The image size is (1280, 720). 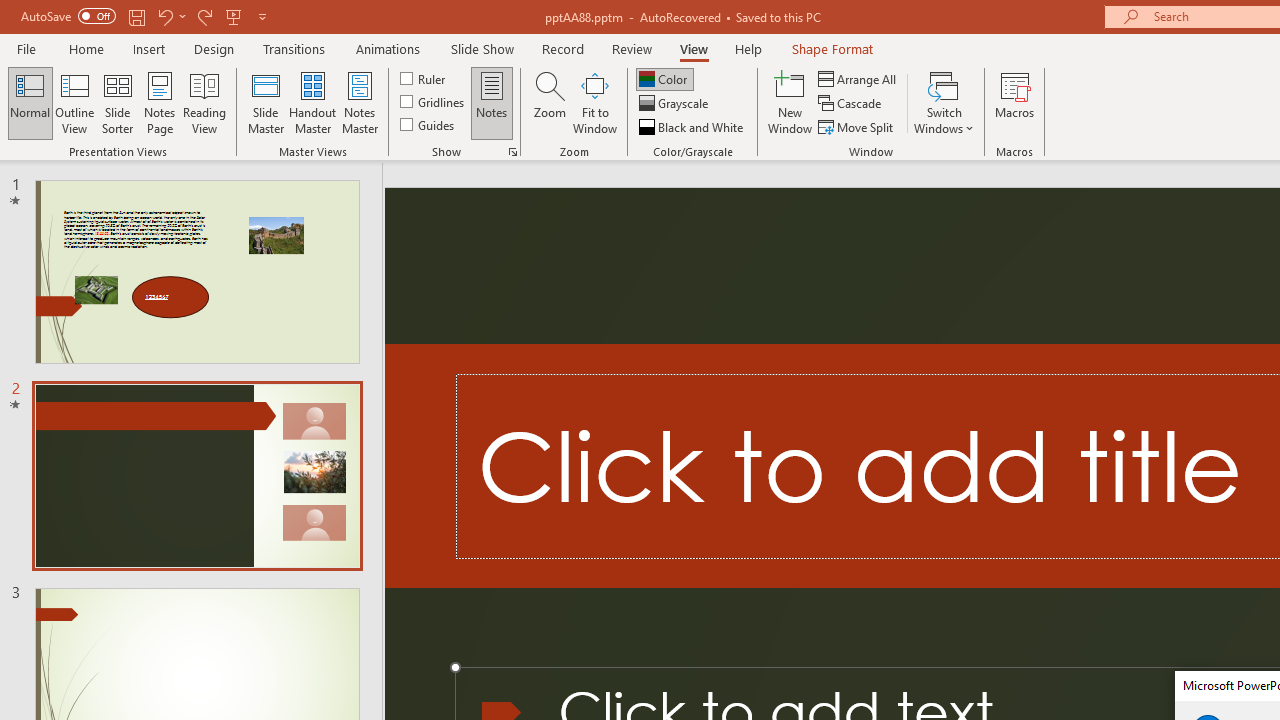 I want to click on 'Black and White', so click(x=693, y=127).